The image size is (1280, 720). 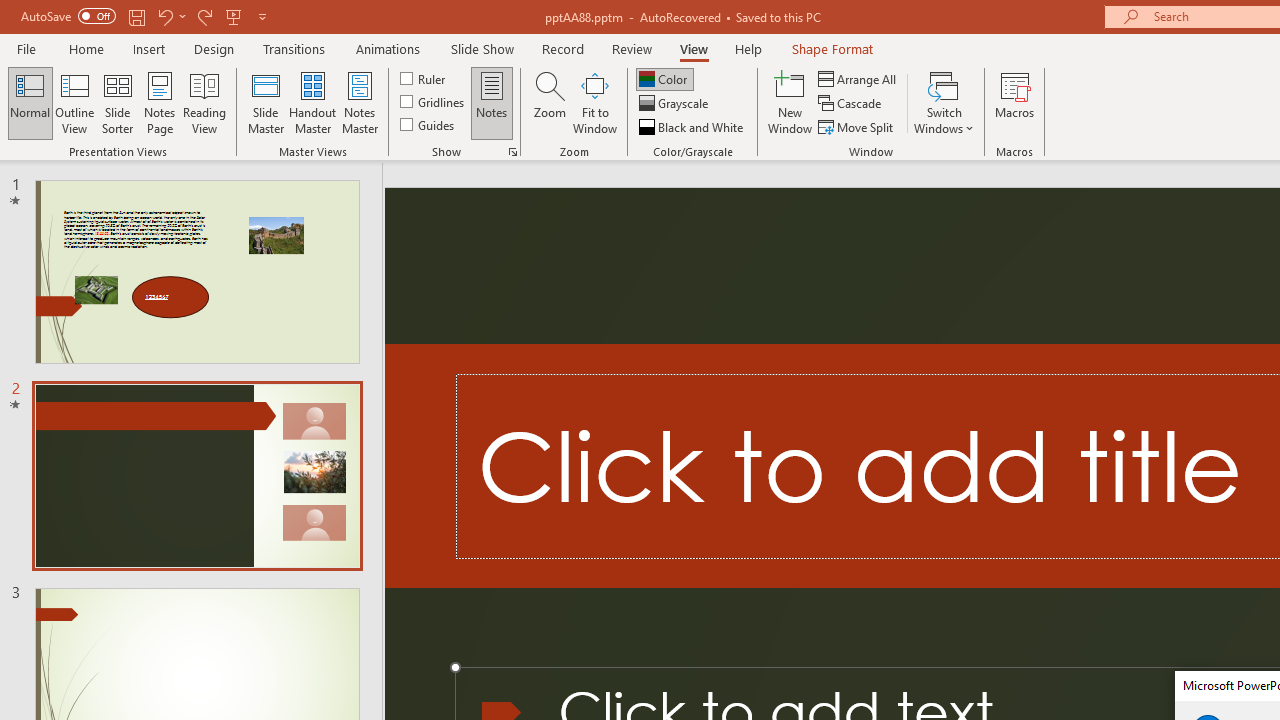 I want to click on 'Black and White', so click(x=693, y=127).